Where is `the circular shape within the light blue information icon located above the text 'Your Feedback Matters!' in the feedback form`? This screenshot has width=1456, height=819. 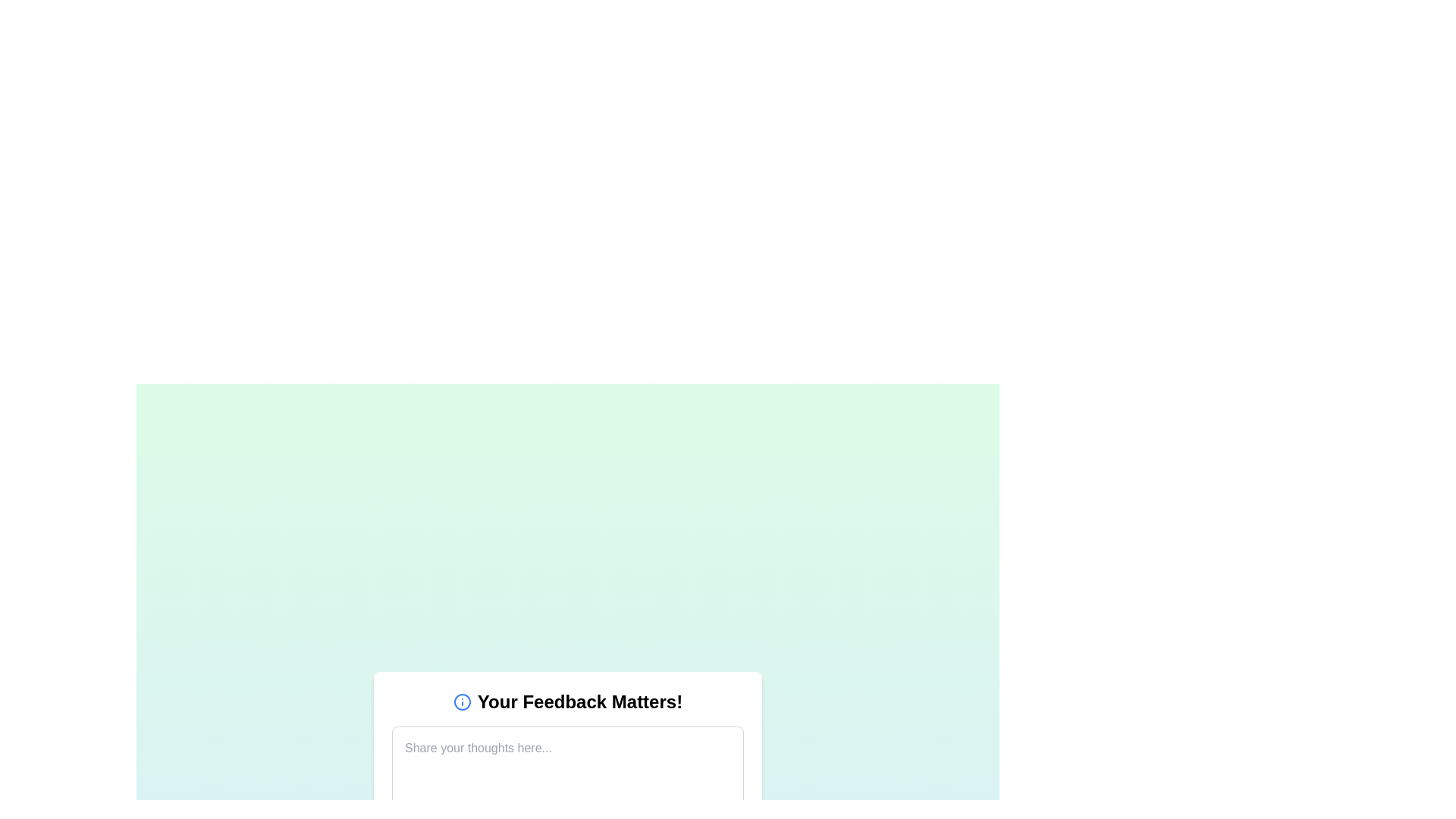
the circular shape within the light blue information icon located above the text 'Your Feedback Matters!' in the feedback form is located at coordinates (461, 701).